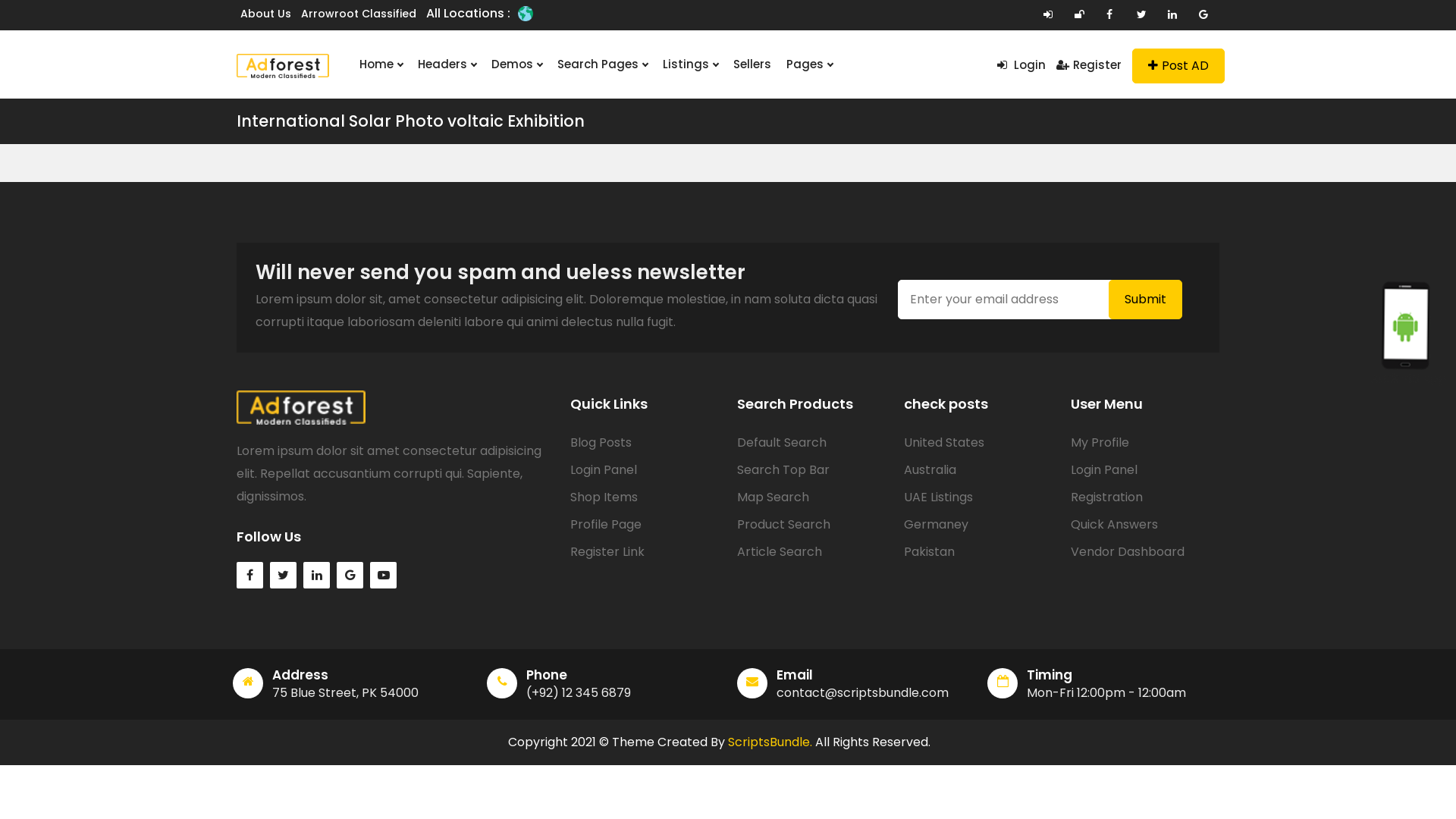 This screenshot has height=819, width=1456. I want to click on 'About Us', so click(265, 14).